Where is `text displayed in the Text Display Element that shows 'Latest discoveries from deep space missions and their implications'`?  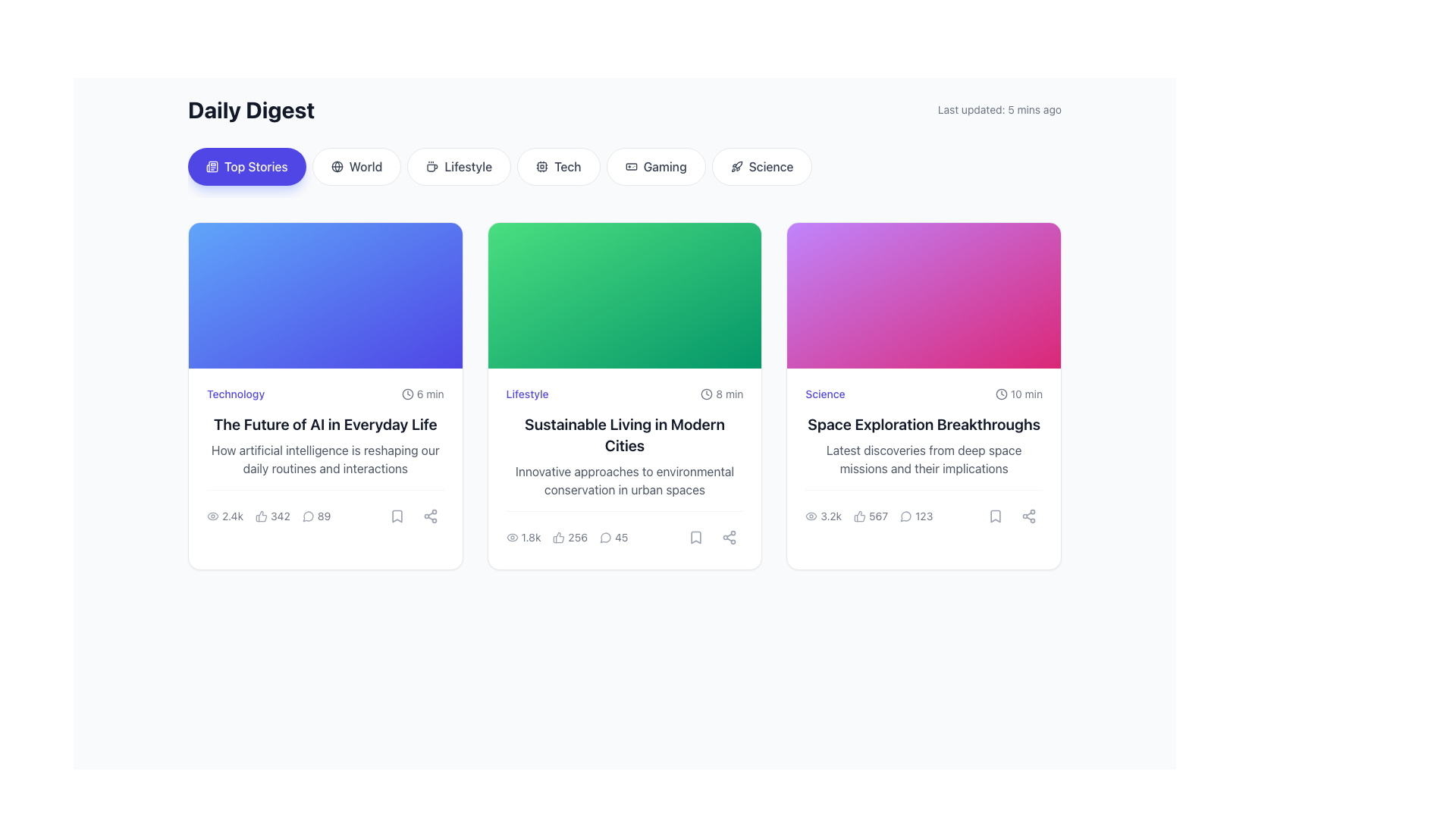
text displayed in the Text Display Element that shows 'Latest discoveries from deep space missions and their implications' is located at coordinates (923, 458).